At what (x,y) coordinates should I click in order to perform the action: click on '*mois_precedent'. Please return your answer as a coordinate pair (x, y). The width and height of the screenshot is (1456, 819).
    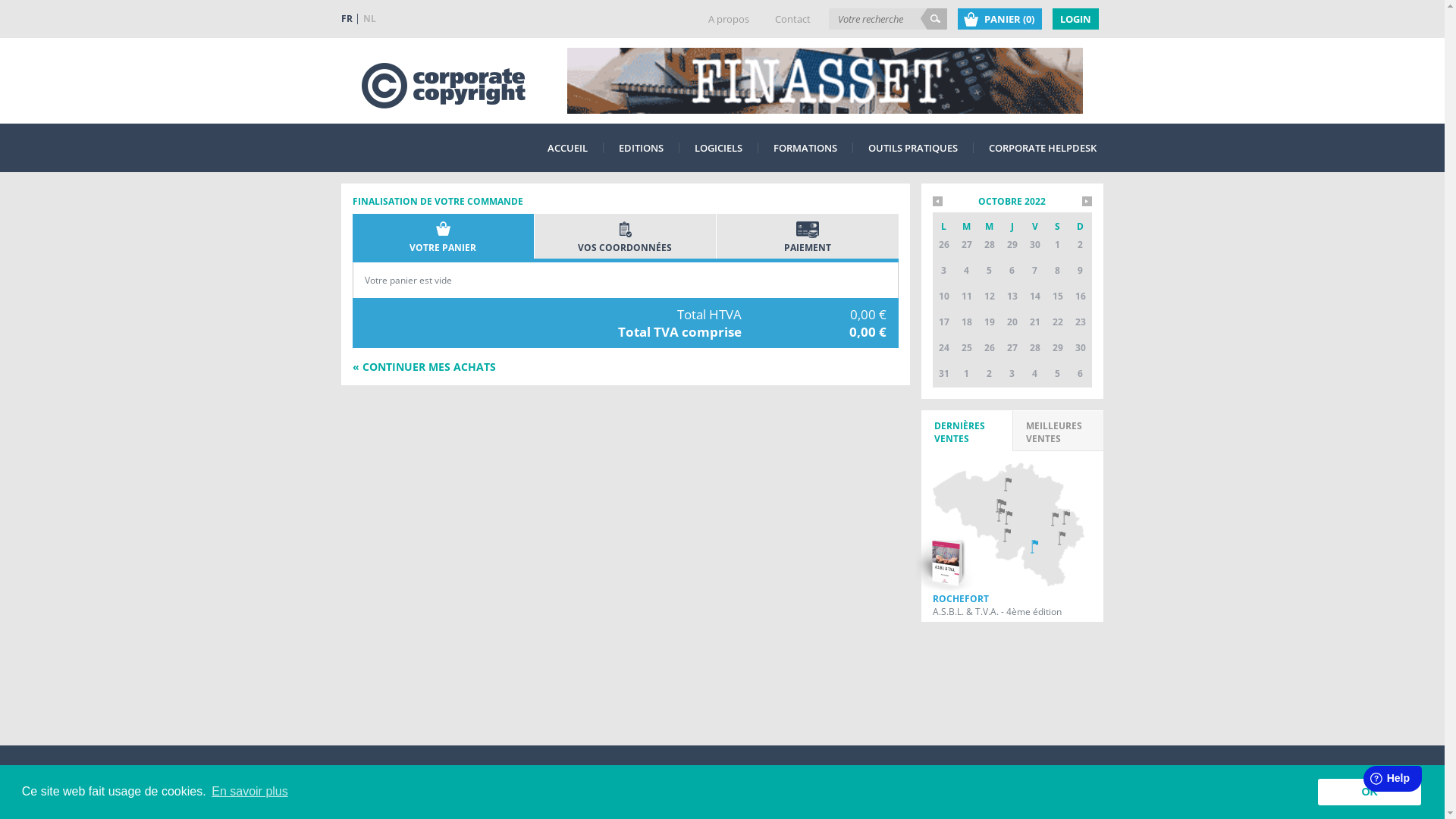
    Looking at the image, I should click on (937, 200).